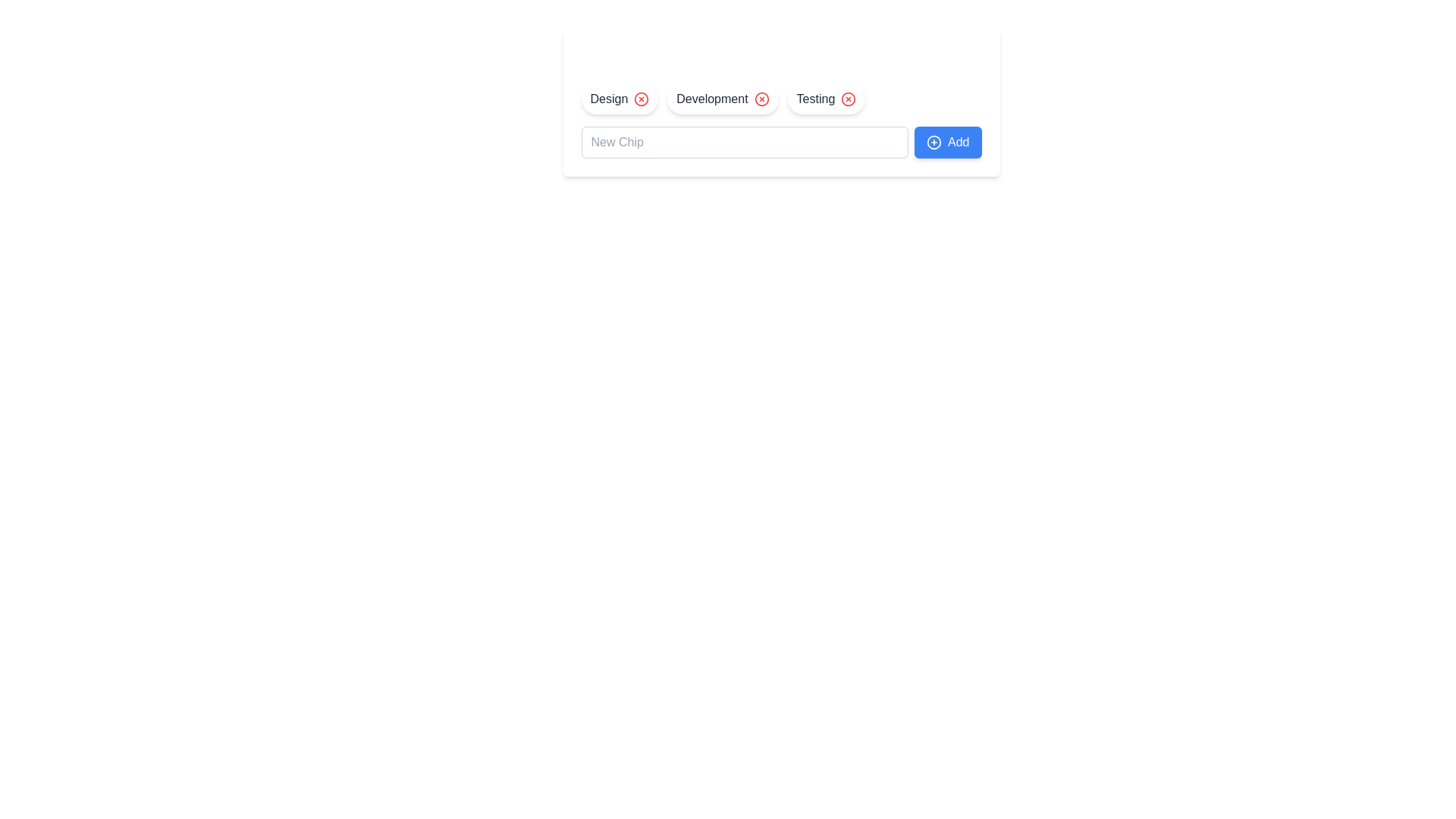  I want to click on the input field to focus and enable text selection, so click(745, 143).